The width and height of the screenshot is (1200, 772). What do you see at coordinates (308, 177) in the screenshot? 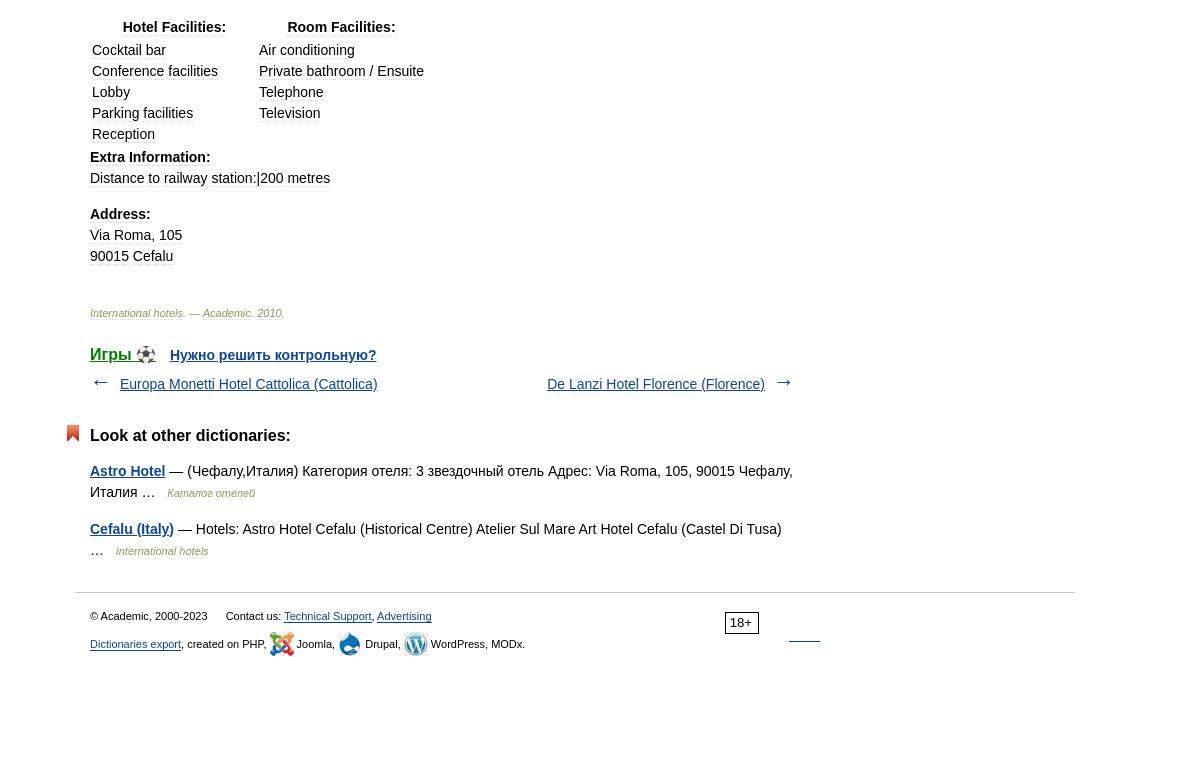
I see `'metres'` at bounding box center [308, 177].